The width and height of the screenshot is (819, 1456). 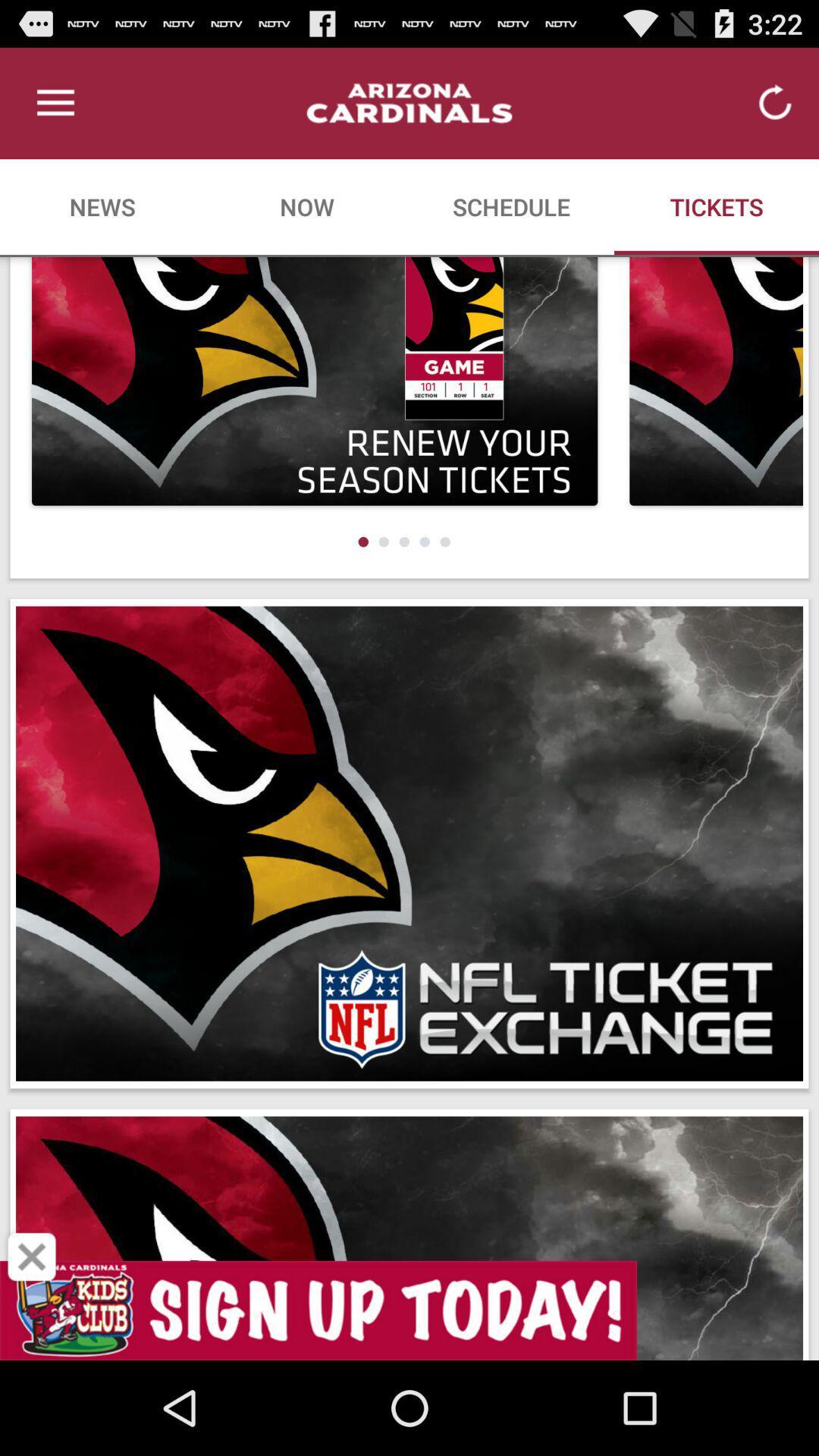 I want to click on the icon at the bottom left corner, so click(x=32, y=1257).